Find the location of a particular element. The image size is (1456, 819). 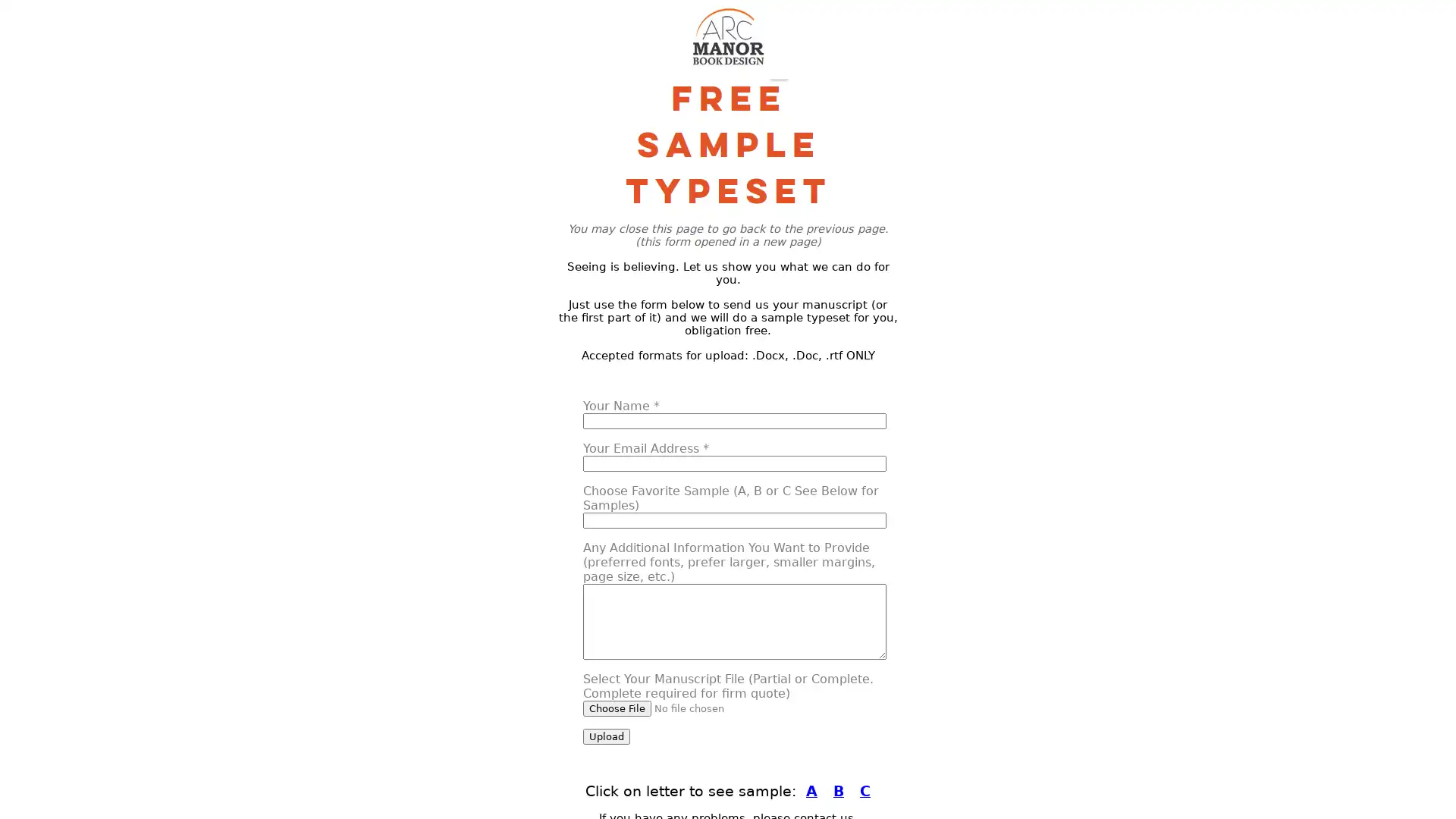

Upload is located at coordinates (607, 736).